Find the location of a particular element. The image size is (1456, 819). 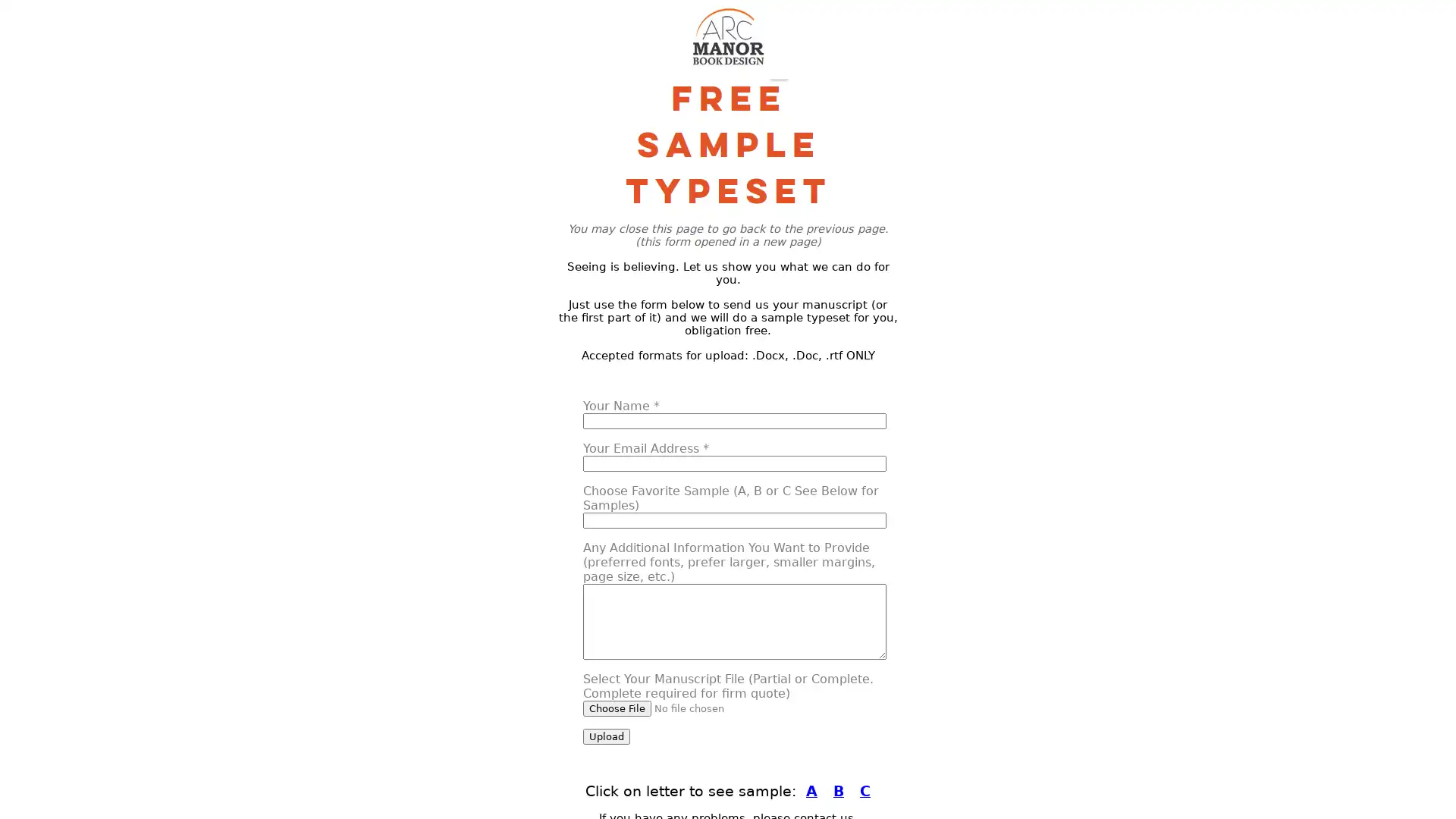

Upload is located at coordinates (607, 736).